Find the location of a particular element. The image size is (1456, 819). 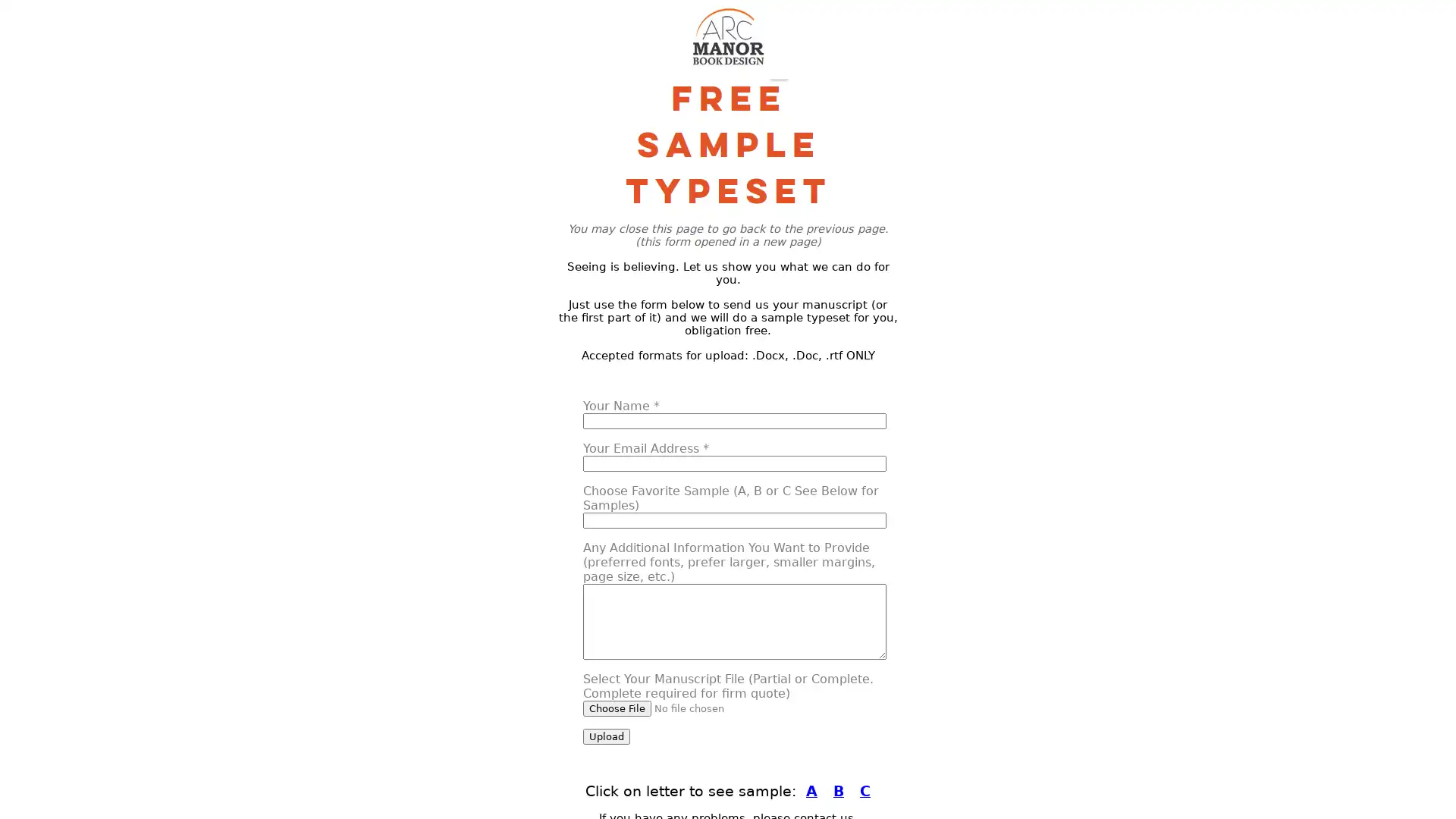

Upload is located at coordinates (607, 736).